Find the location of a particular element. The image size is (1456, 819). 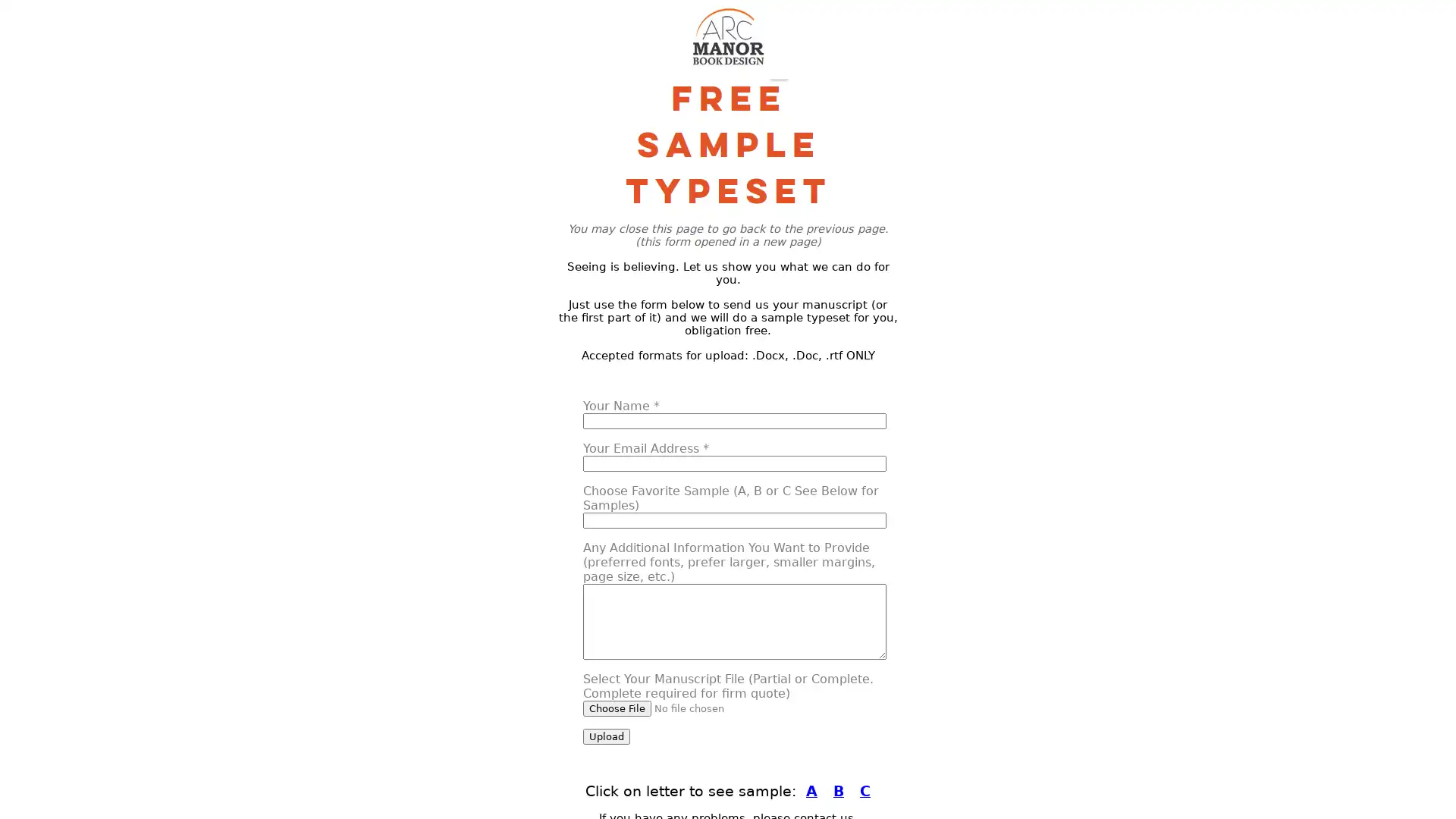

Upload is located at coordinates (607, 736).